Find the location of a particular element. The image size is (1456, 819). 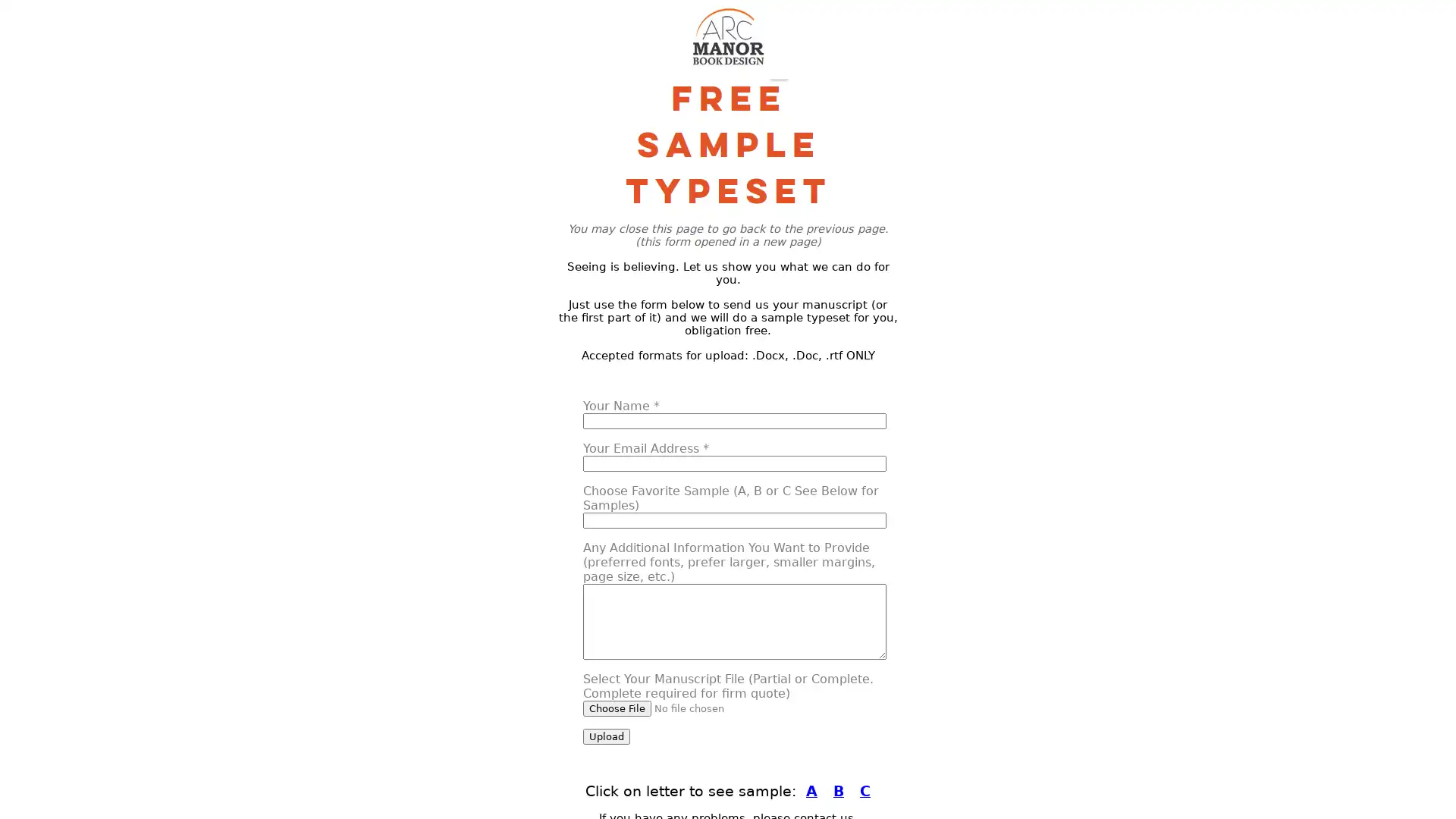

Upload is located at coordinates (607, 736).